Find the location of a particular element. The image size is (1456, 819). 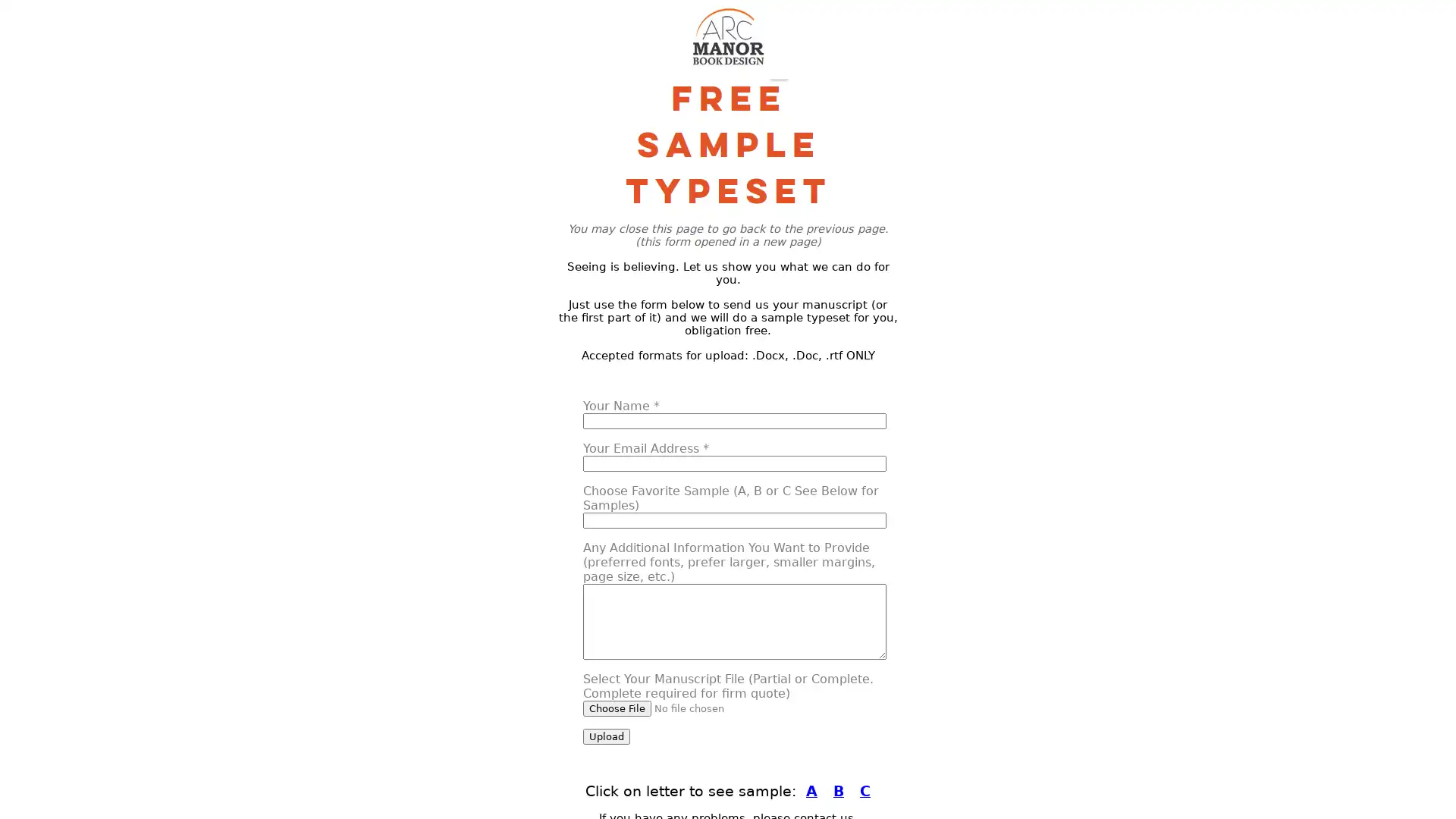

Upload is located at coordinates (607, 736).